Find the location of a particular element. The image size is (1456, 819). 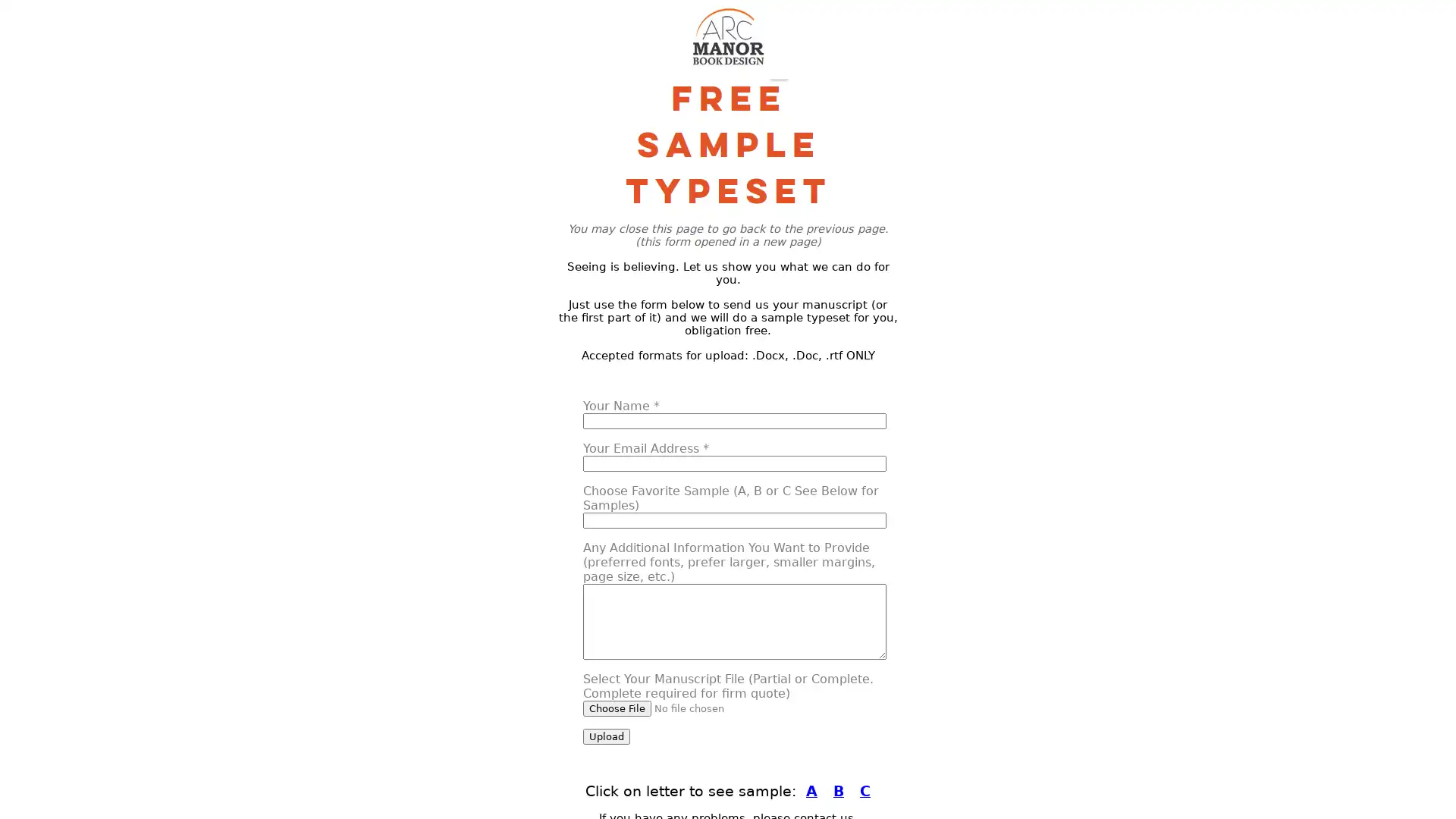

Upload is located at coordinates (607, 736).